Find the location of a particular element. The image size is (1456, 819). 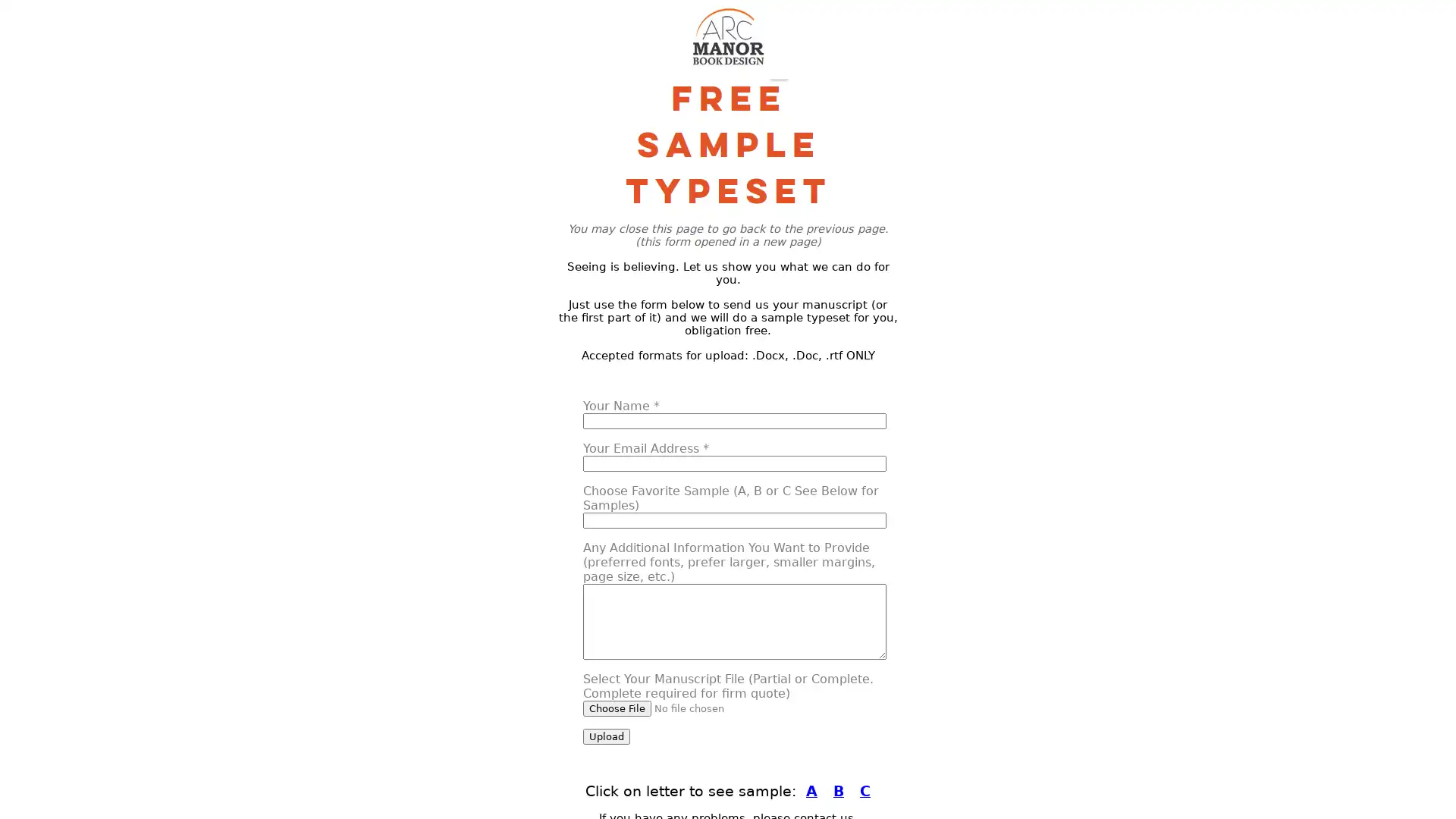

Upload is located at coordinates (607, 736).